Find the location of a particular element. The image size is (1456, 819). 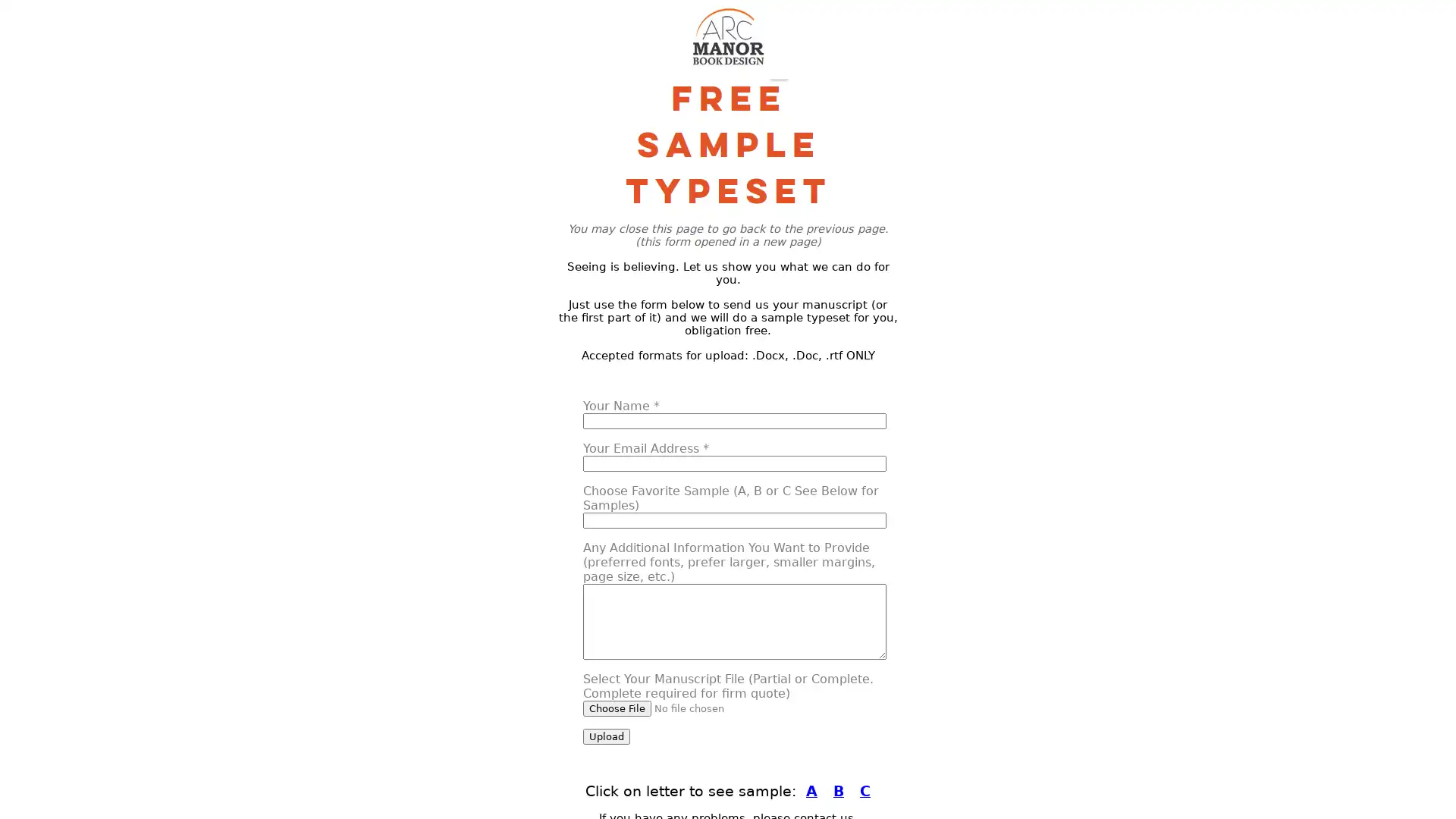

Upload is located at coordinates (607, 736).